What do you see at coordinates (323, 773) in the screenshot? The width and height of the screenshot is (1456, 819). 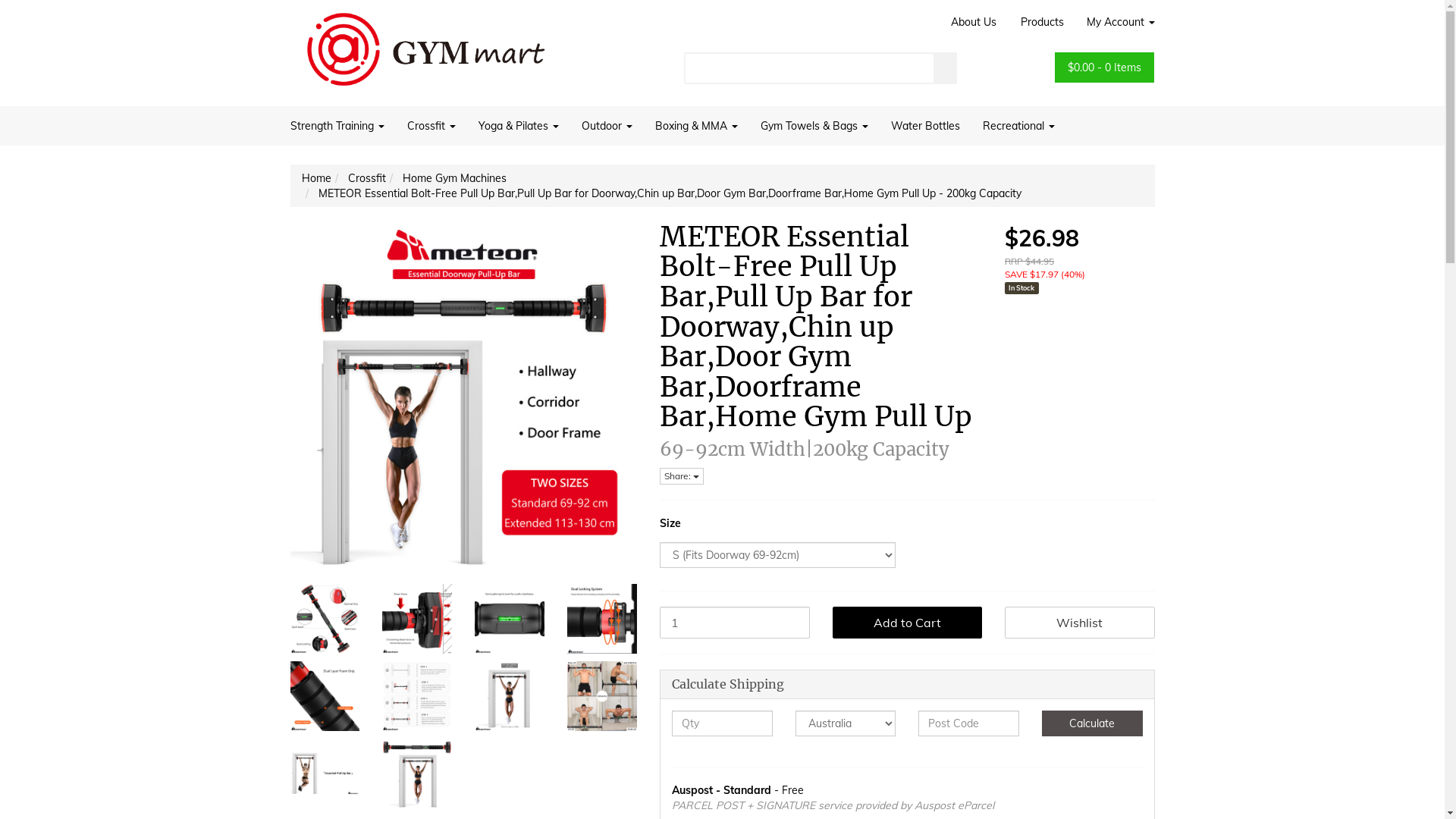 I see `'Large View'` at bounding box center [323, 773].